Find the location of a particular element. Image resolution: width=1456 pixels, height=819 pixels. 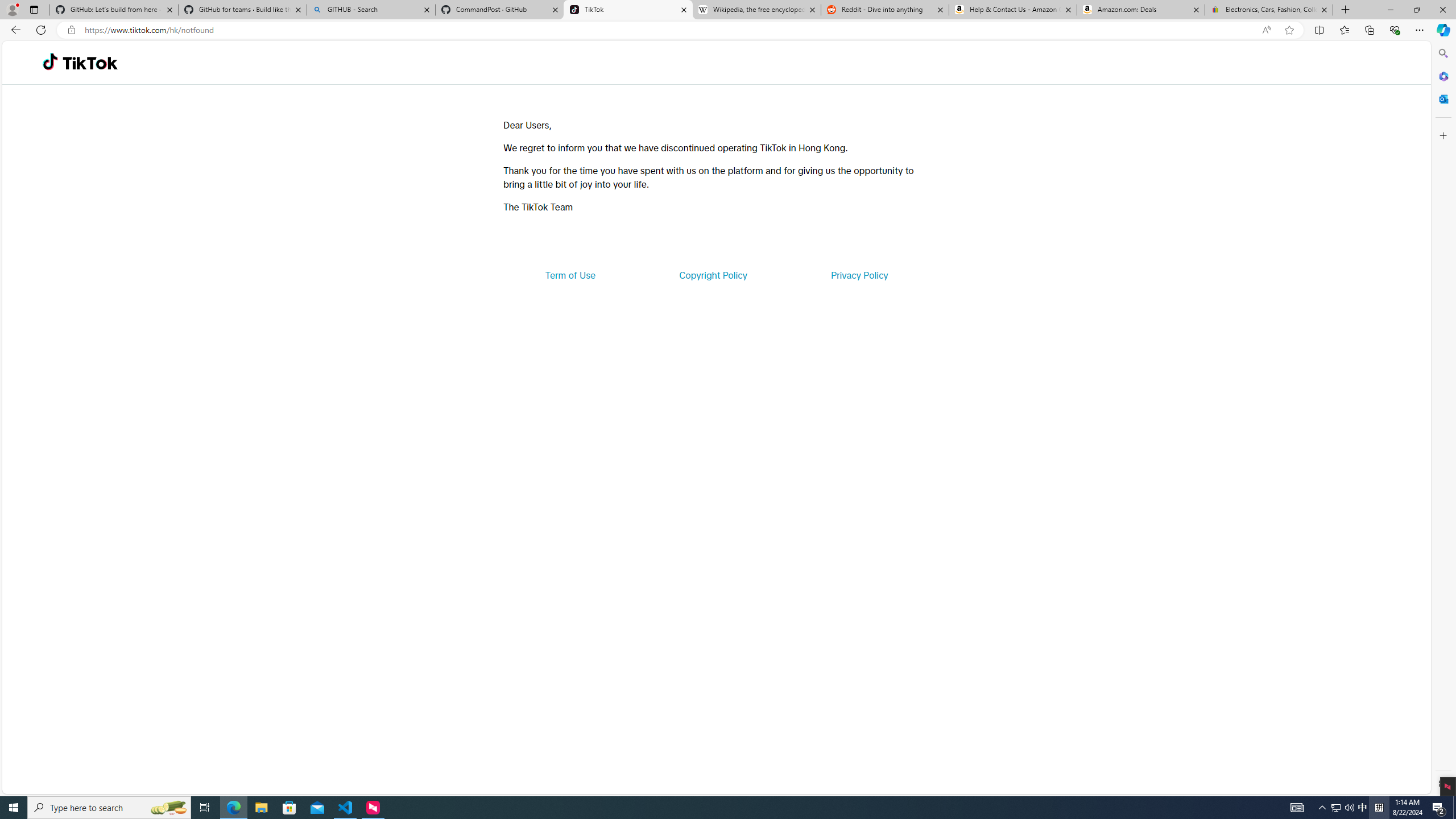

'Amazon.com: Deals' is located at coordinates (1140, 9).